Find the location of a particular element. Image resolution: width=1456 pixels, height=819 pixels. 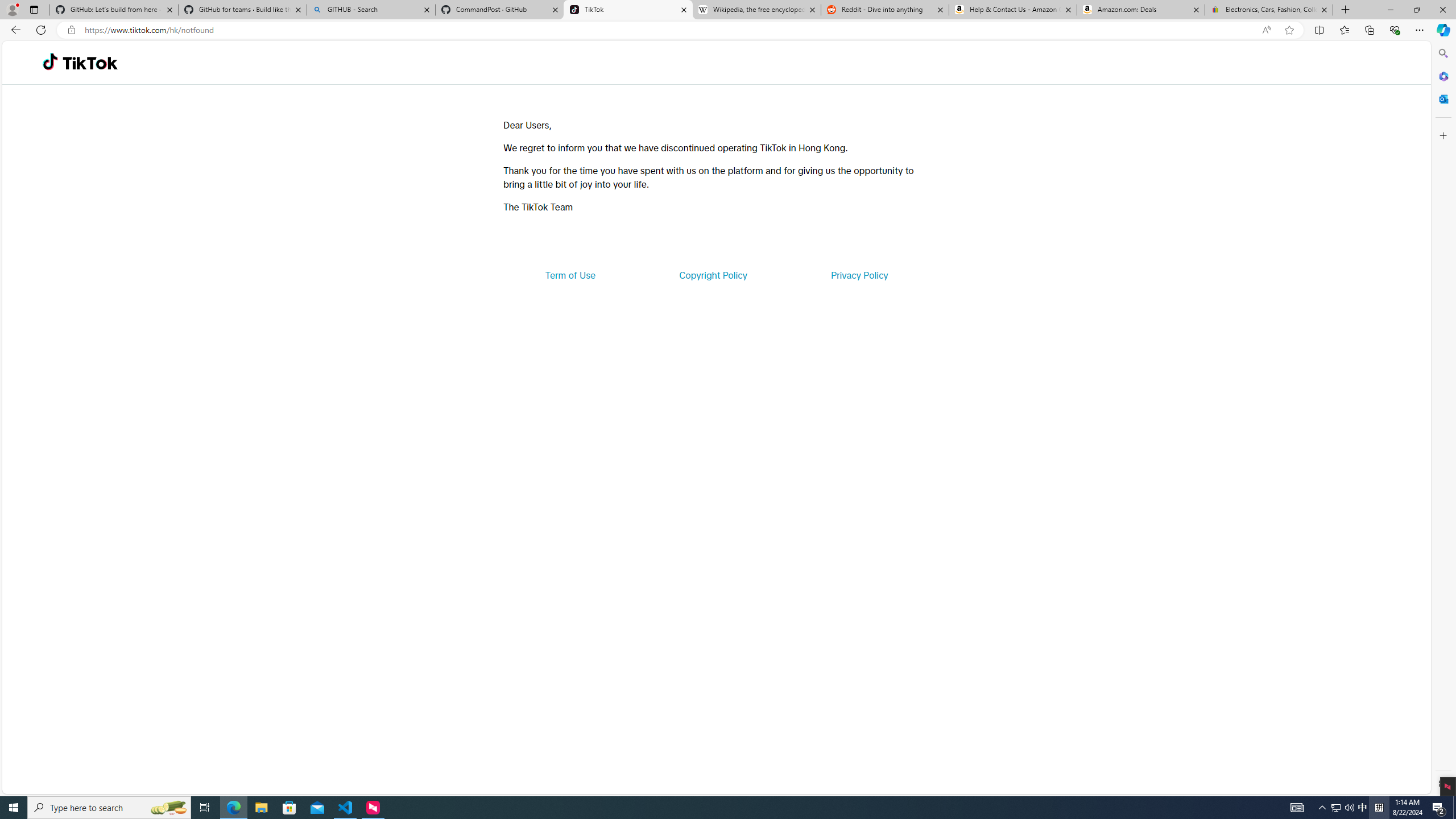

'Amazon.com: Deals' is located at coordinates (1140, 9).